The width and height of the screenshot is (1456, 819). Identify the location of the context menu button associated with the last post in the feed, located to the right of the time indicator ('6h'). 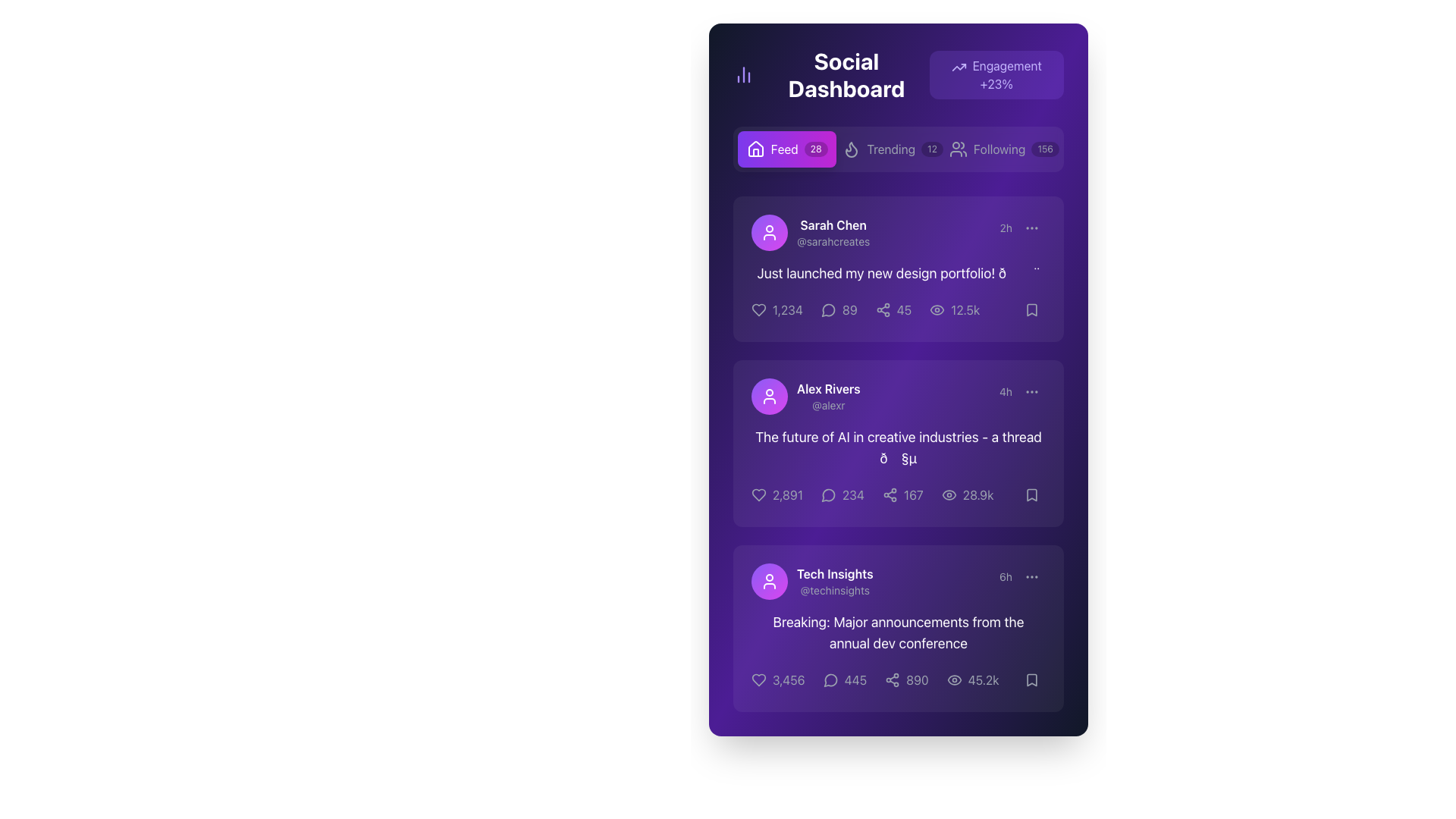
(1031, 576).